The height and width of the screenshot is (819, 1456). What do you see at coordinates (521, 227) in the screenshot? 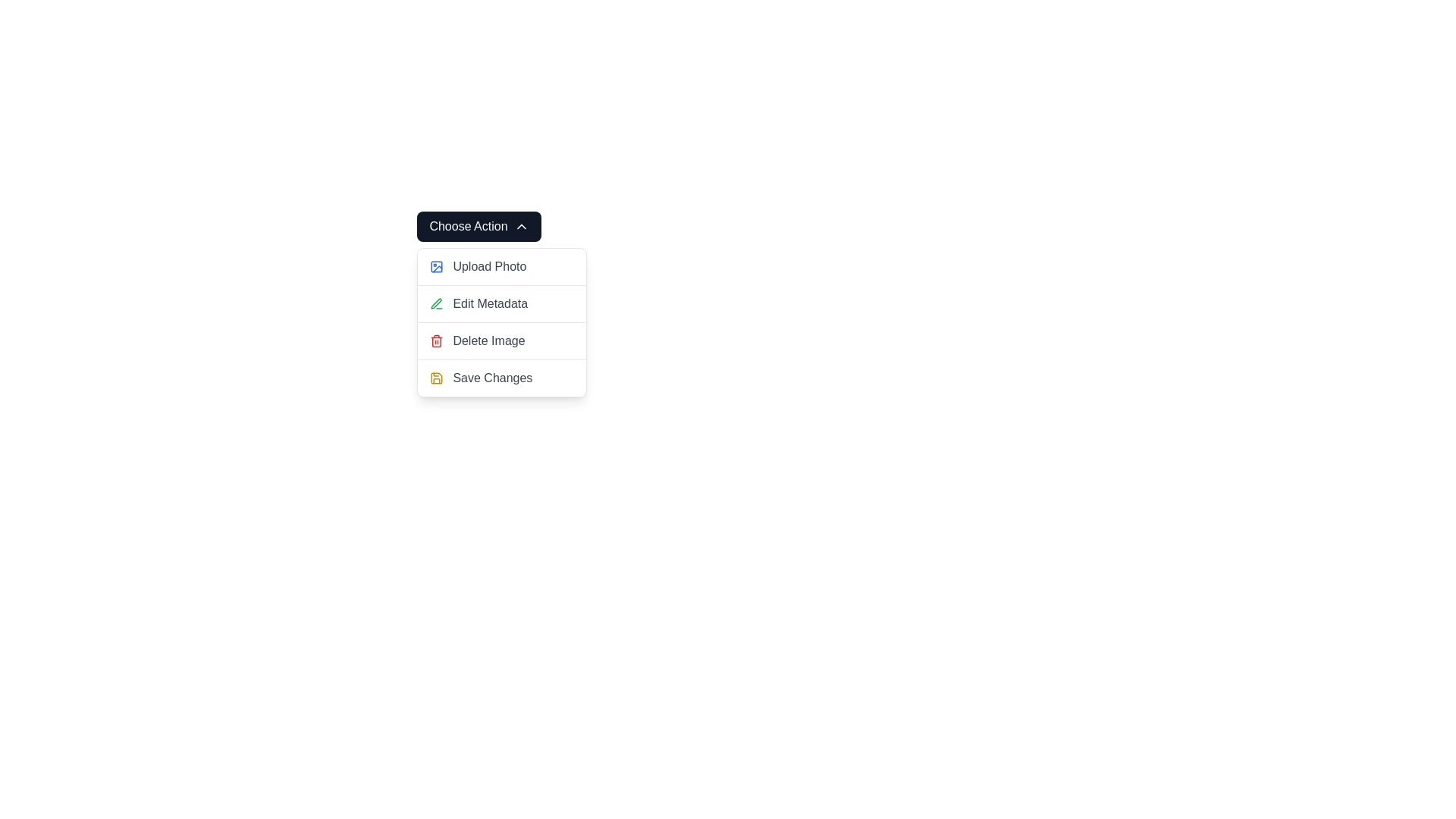
I see `the upward-pointing chevron icon located inside the 'Choose Action' button at the top of the dropdown menu` at bounding box center [521, 227].